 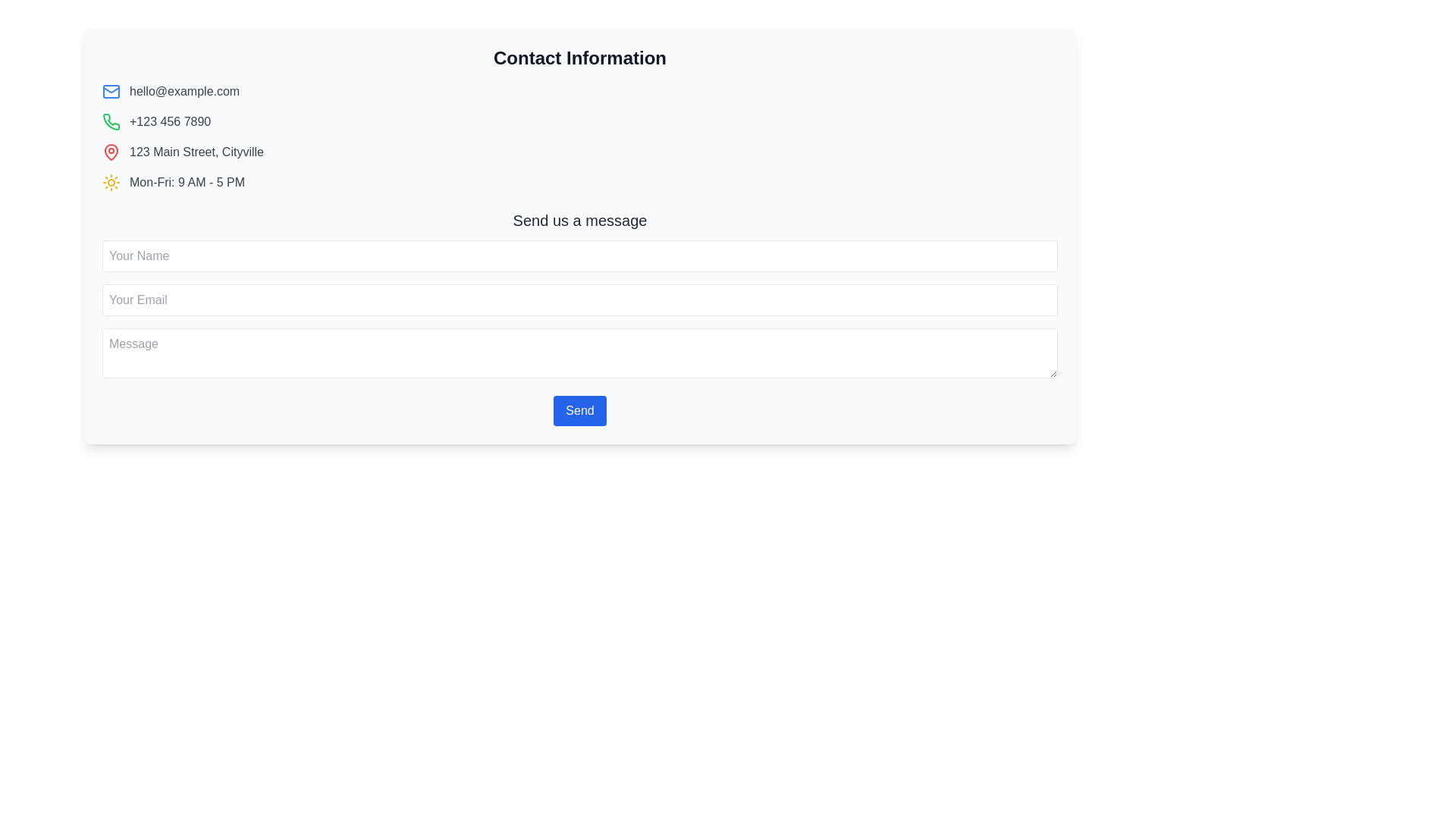 I want to click on the green phone icon that precedes the phone number '+123 456 7890' in the contact information section, so click(x=111, y=121).